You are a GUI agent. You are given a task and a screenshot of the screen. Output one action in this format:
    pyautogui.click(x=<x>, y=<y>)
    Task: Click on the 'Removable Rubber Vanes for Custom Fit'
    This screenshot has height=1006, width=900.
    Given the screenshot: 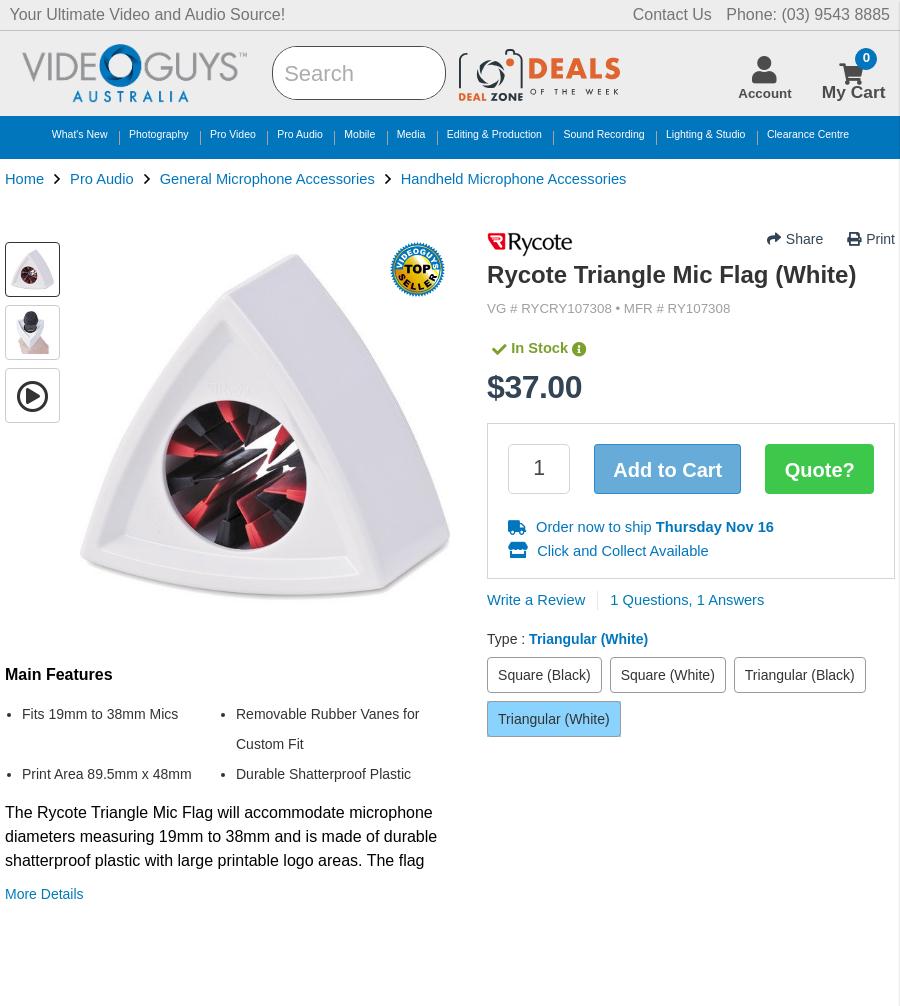 What is the action you would take?
    pyautogui.click(x=326, y=729)
    